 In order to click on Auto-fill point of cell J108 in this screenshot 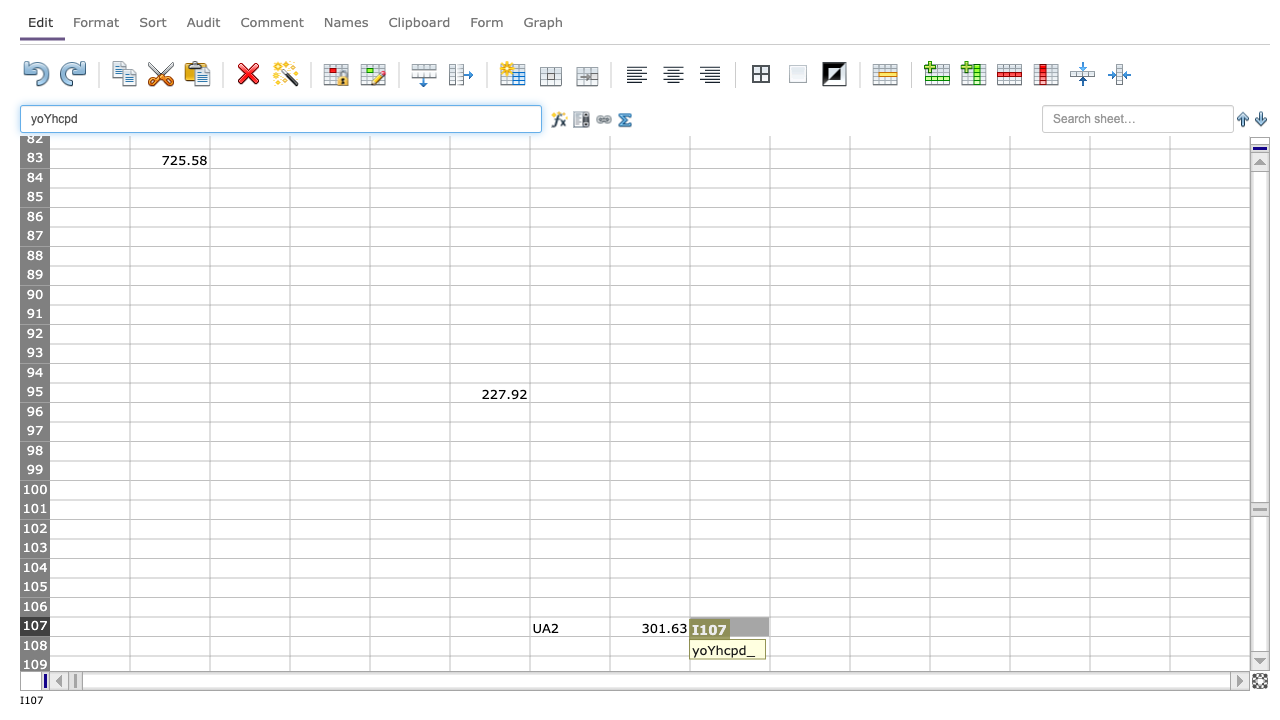, I will do `click(850, 655)`.